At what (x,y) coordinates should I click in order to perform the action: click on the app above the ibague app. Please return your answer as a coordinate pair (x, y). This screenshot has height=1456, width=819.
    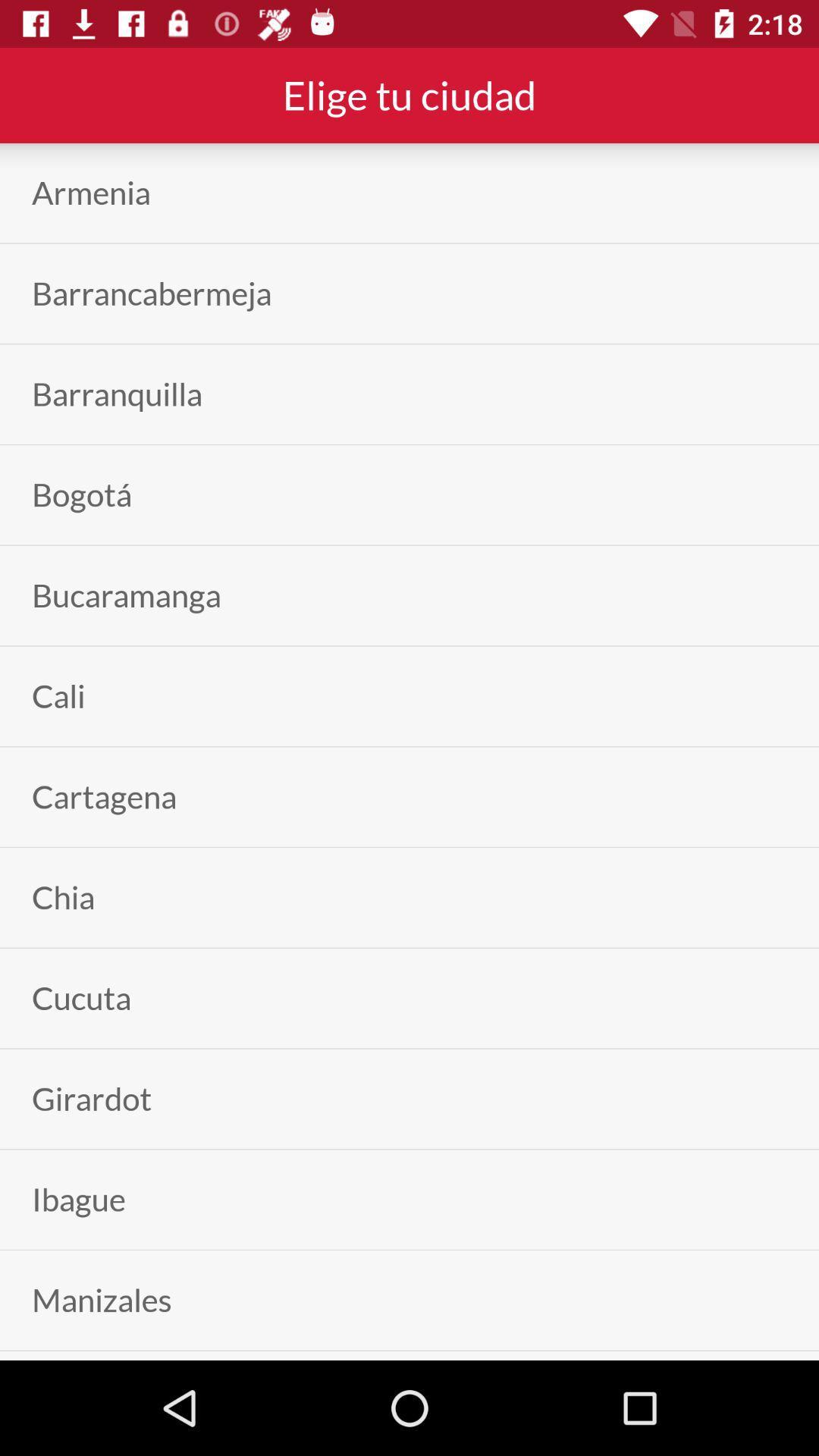
    Looking at the image, I should click on (92, 1099).